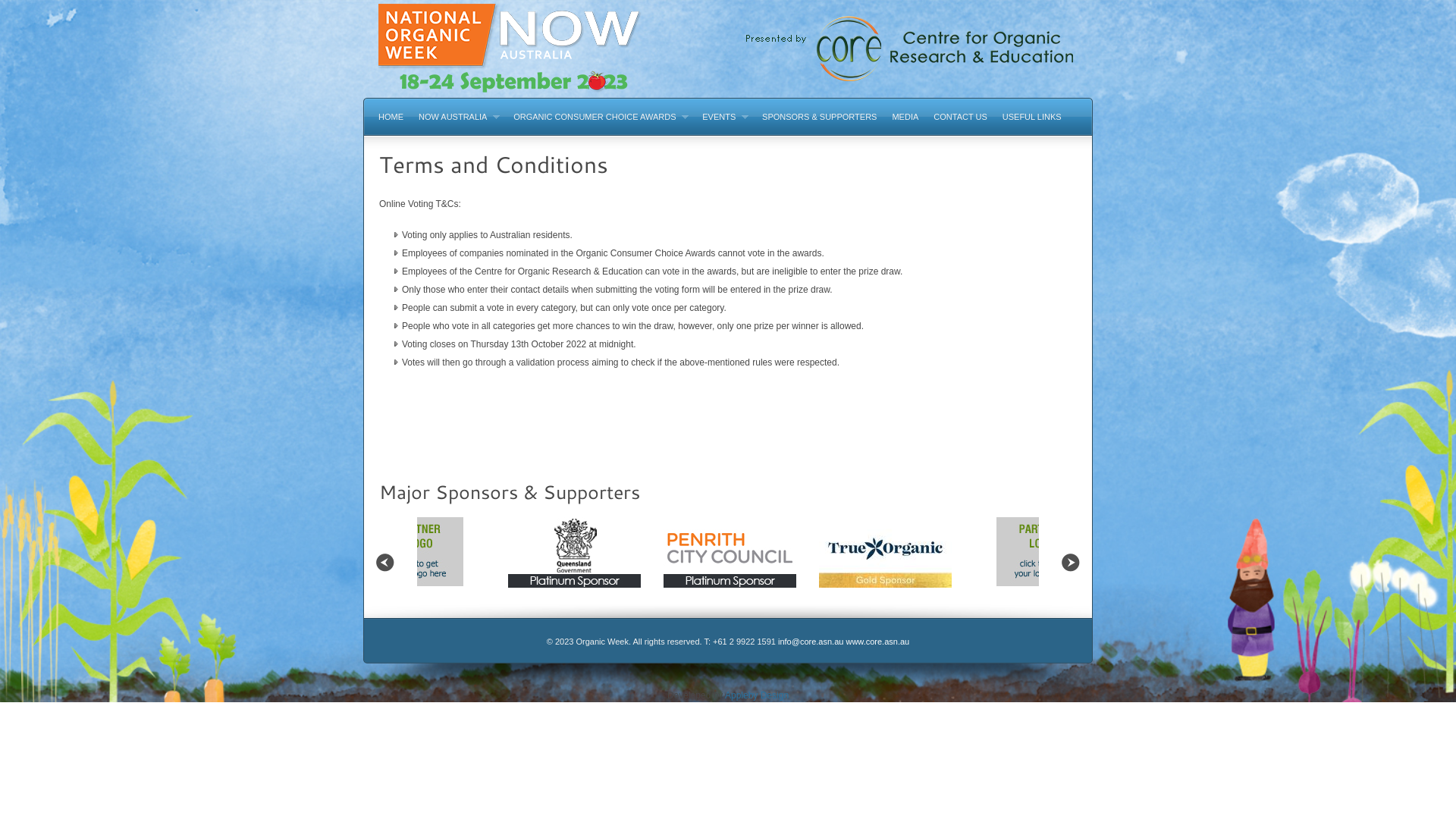 The width and height of the screenshot is (1456, 819). Describe the element at coordinates (810, 641) in the screenshot. I see `'info@core.asn.au'` at that location.